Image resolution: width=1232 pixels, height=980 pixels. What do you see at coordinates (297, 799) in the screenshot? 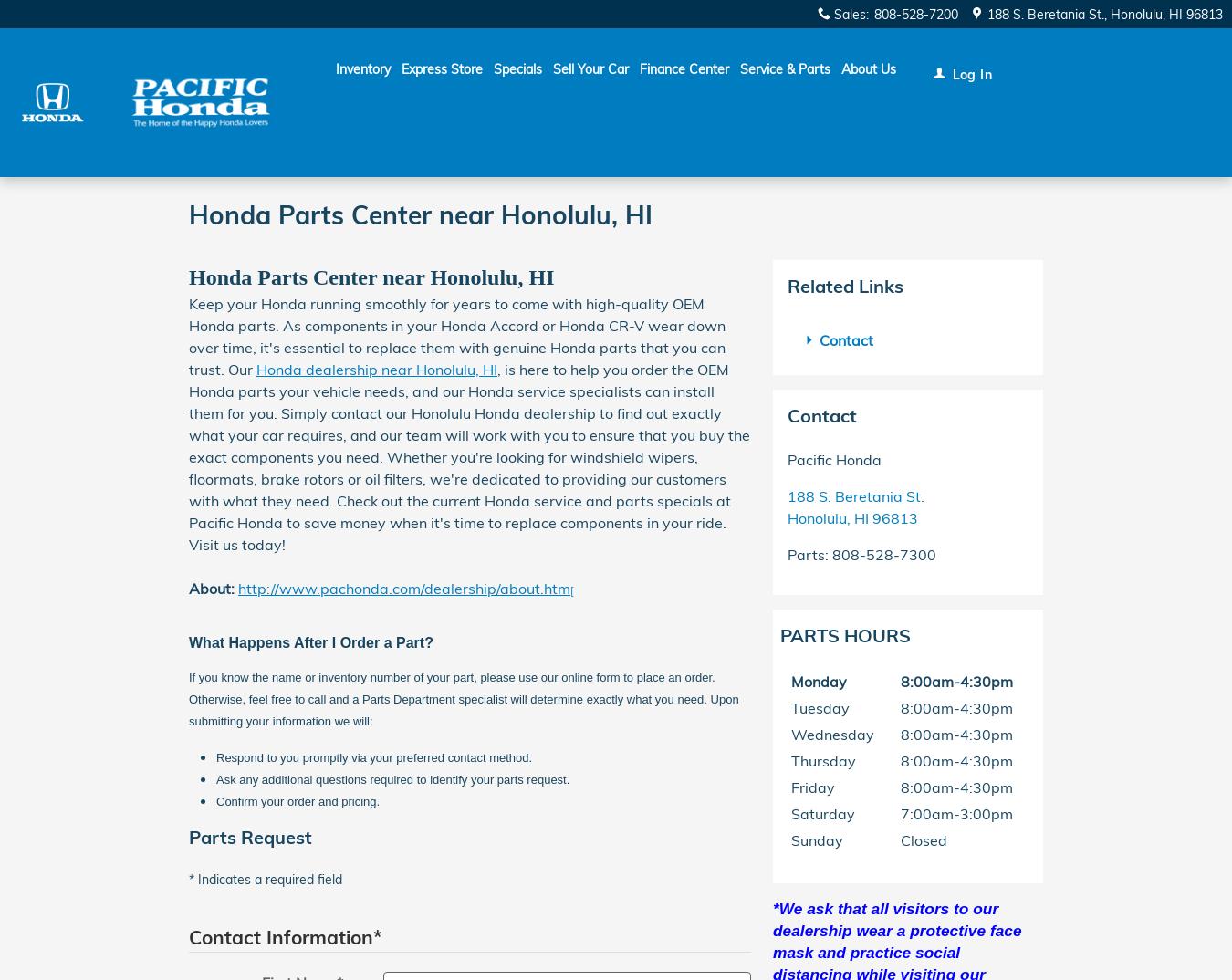
I see `'Confirm your order and 
pricing.'` at bounding box center [297, 799].